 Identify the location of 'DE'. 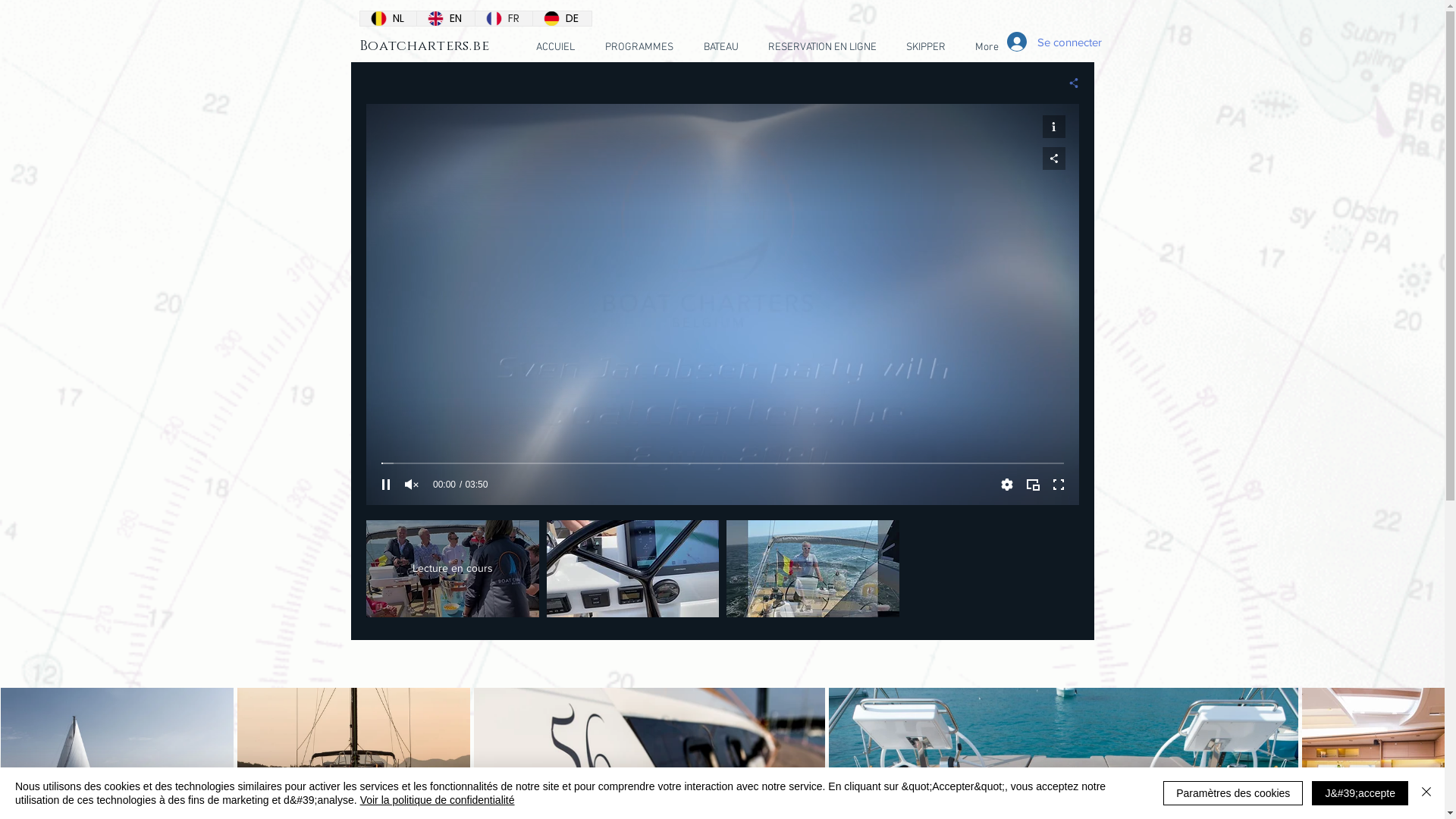
(532, 18).